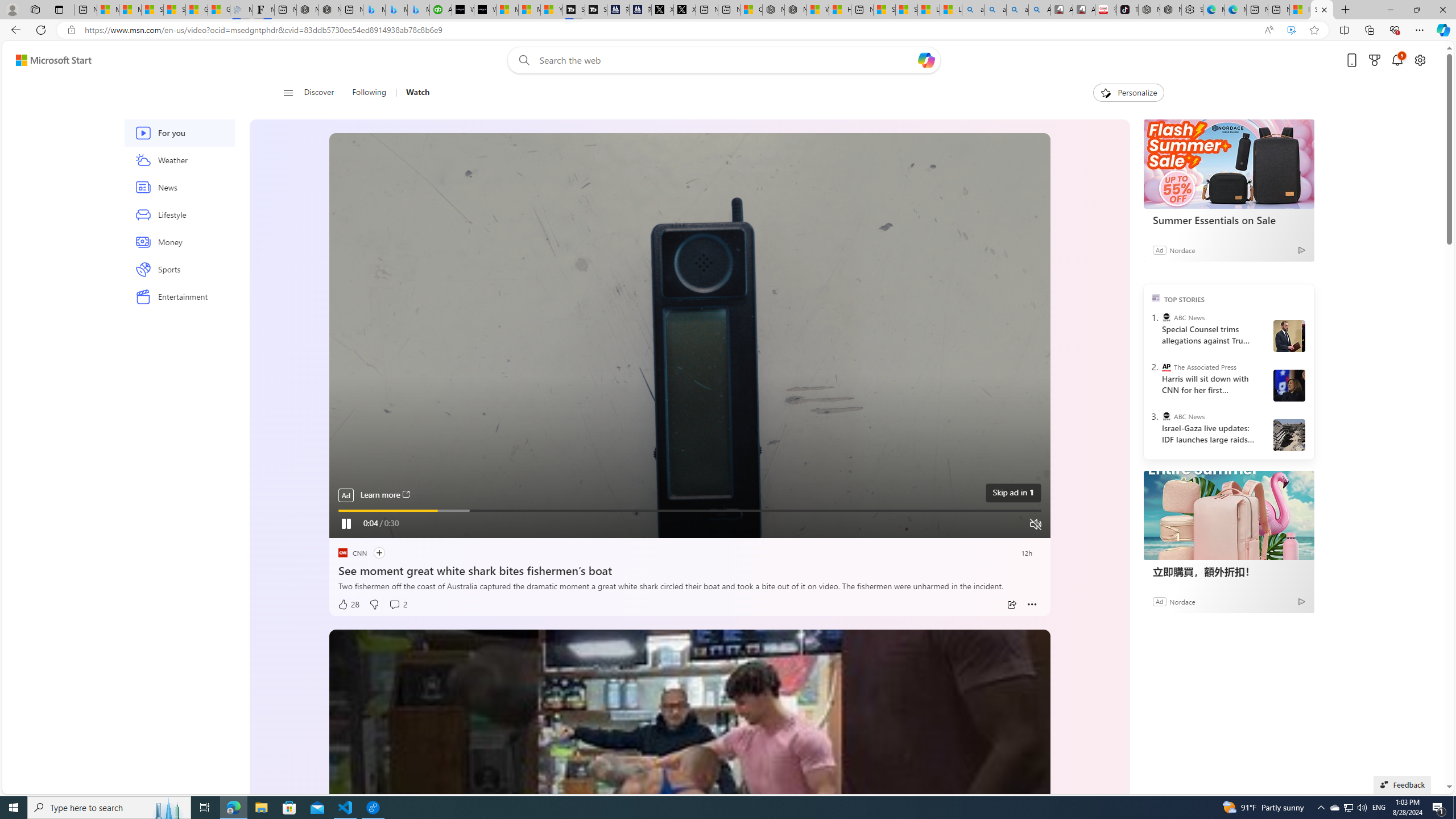  Describe the element at coordinates (1166, 416) in the screenshot. I see `'ABC News'` at that location.